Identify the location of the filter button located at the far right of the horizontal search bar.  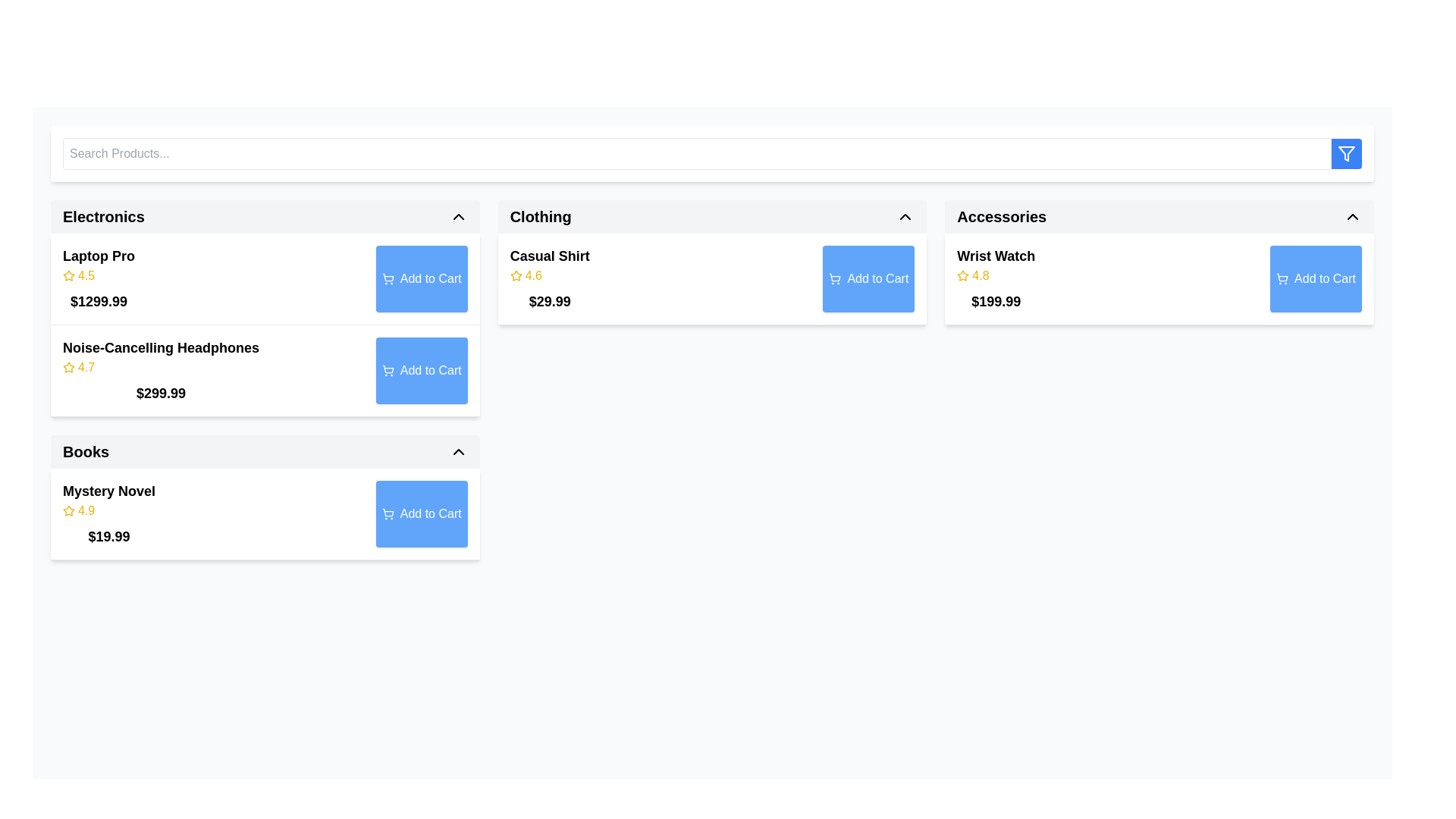
(1347, 154).